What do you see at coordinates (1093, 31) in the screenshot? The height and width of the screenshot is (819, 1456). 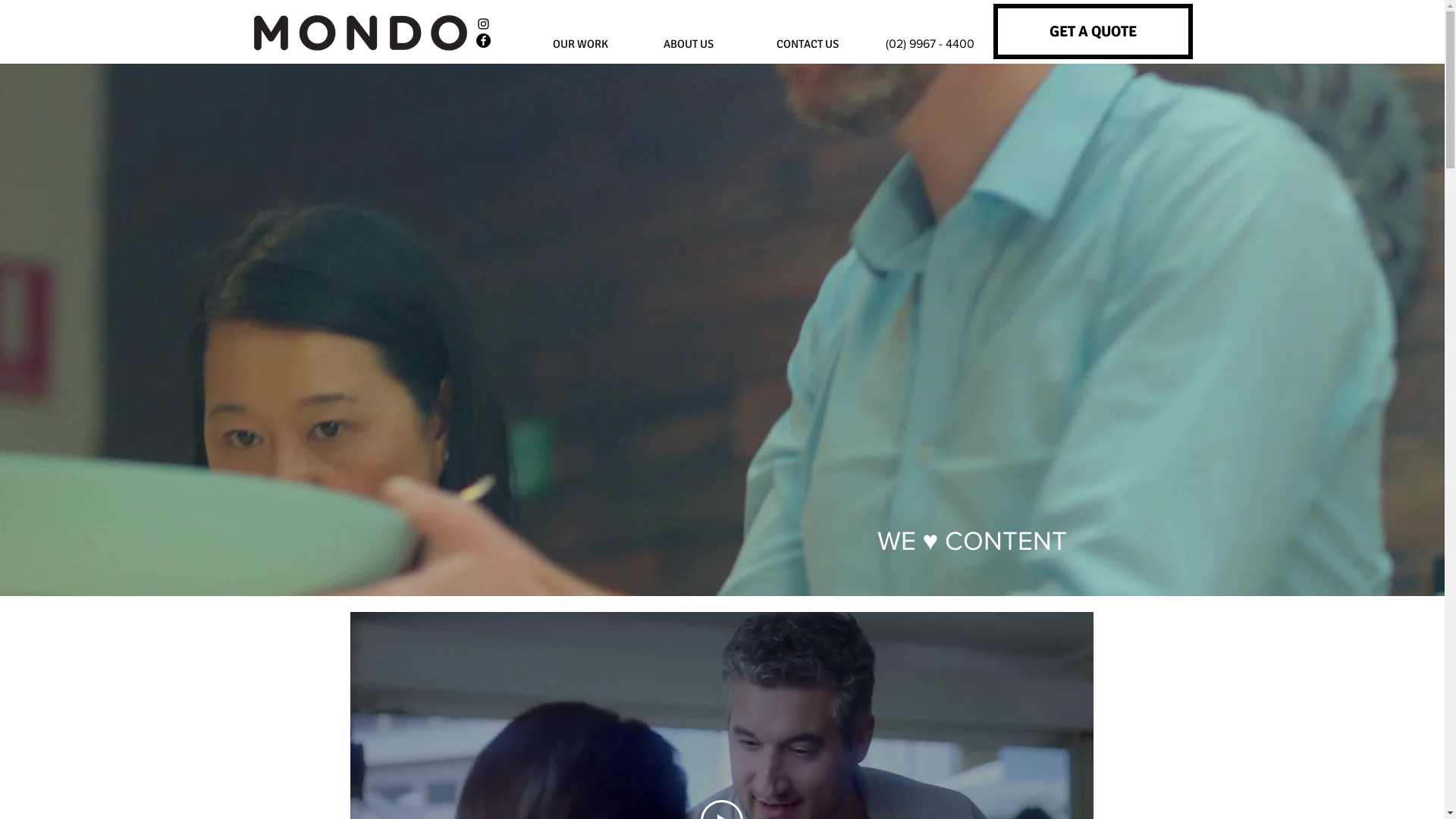 I see `'GET A QUOTE'` at bounding box center [1093, 31].